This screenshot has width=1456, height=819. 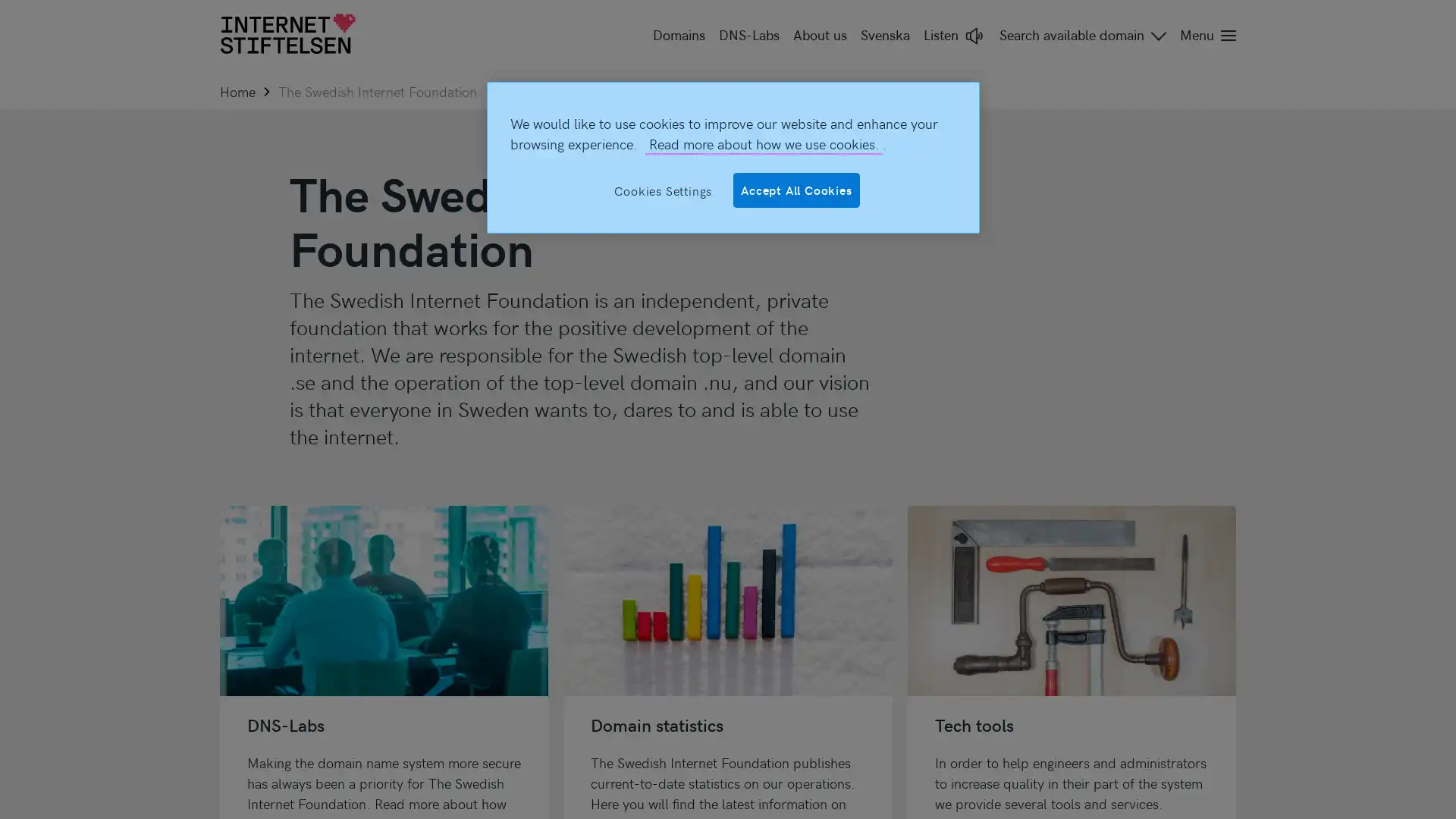 I want to click on Search available domain, so click(x=1082, y=34).